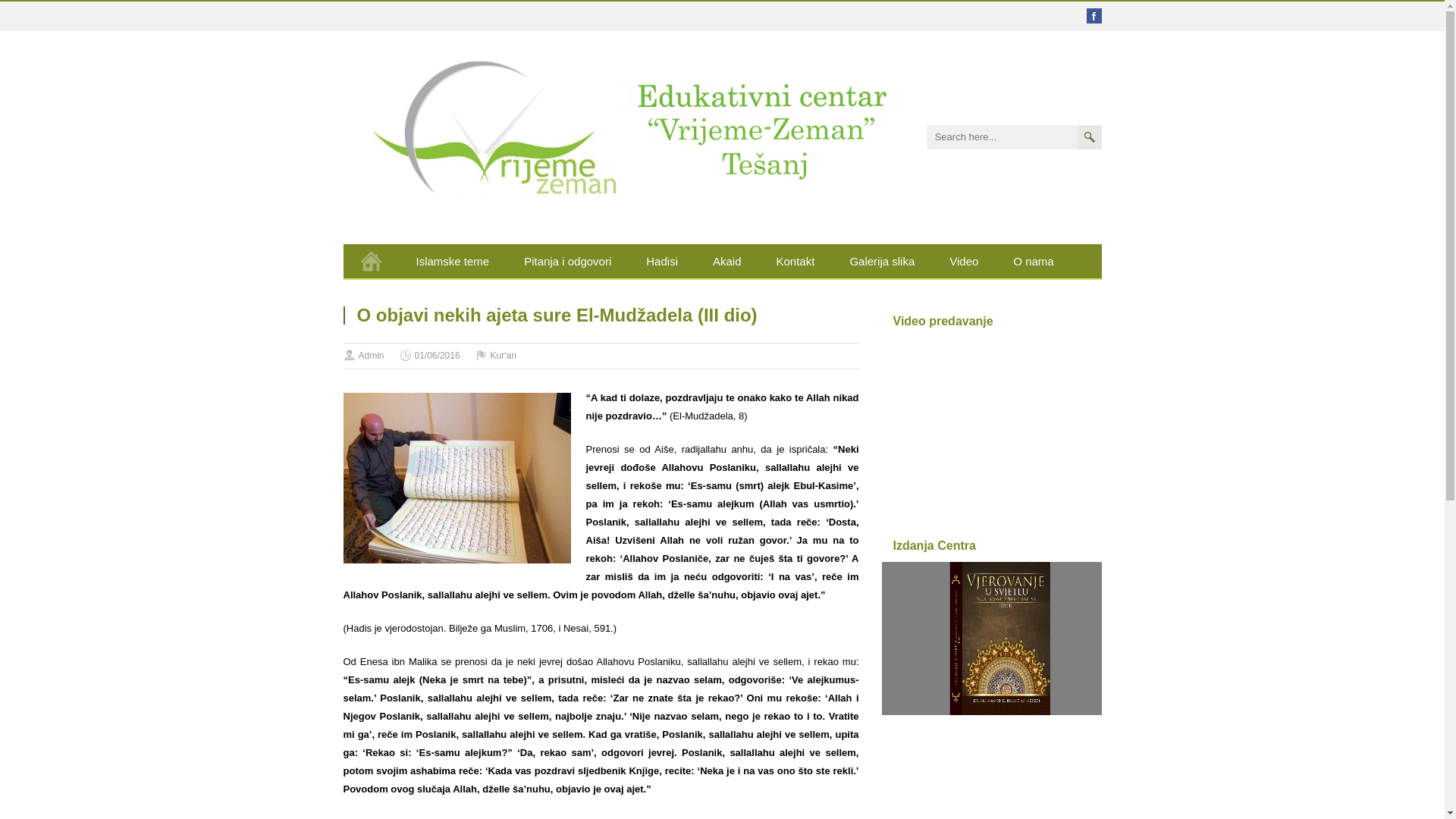 The width and height of the screenshot is (1456, 819). Describe the element at coordinates (963, 260) in the screenshot. I see `'Video'` at that location.